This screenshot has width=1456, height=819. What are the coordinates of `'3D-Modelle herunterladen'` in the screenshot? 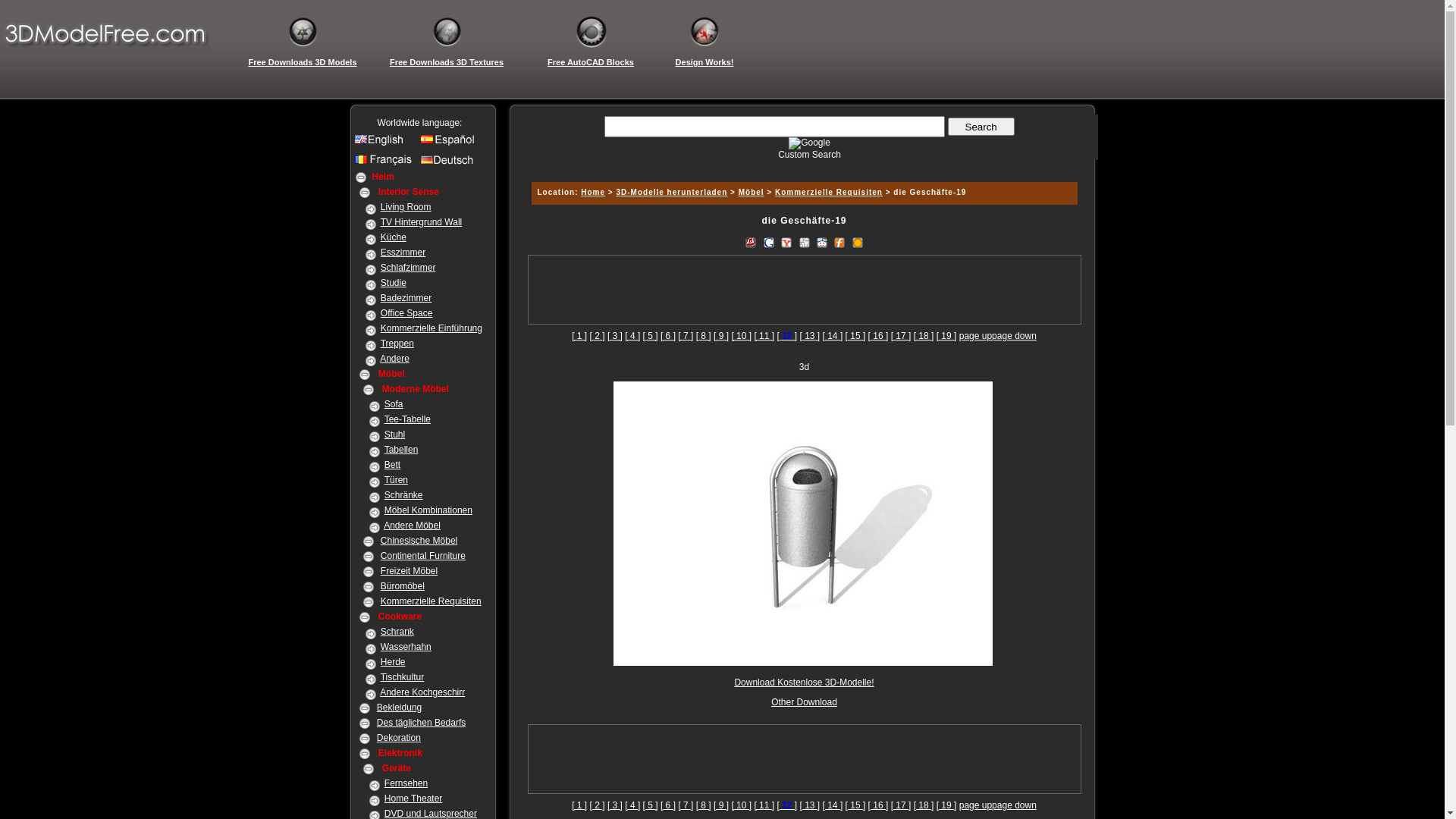 It's located at (670, 191).